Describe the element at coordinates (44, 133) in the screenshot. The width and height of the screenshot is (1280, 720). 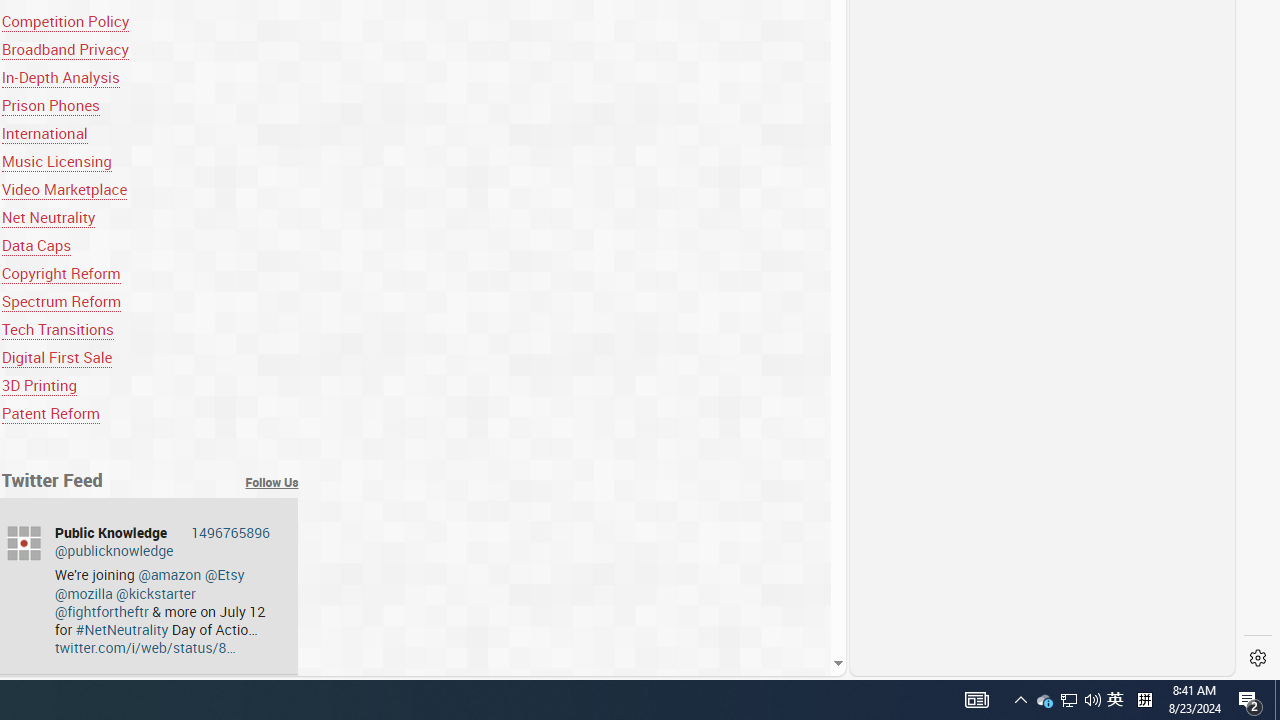
I see `'International'` at that location.